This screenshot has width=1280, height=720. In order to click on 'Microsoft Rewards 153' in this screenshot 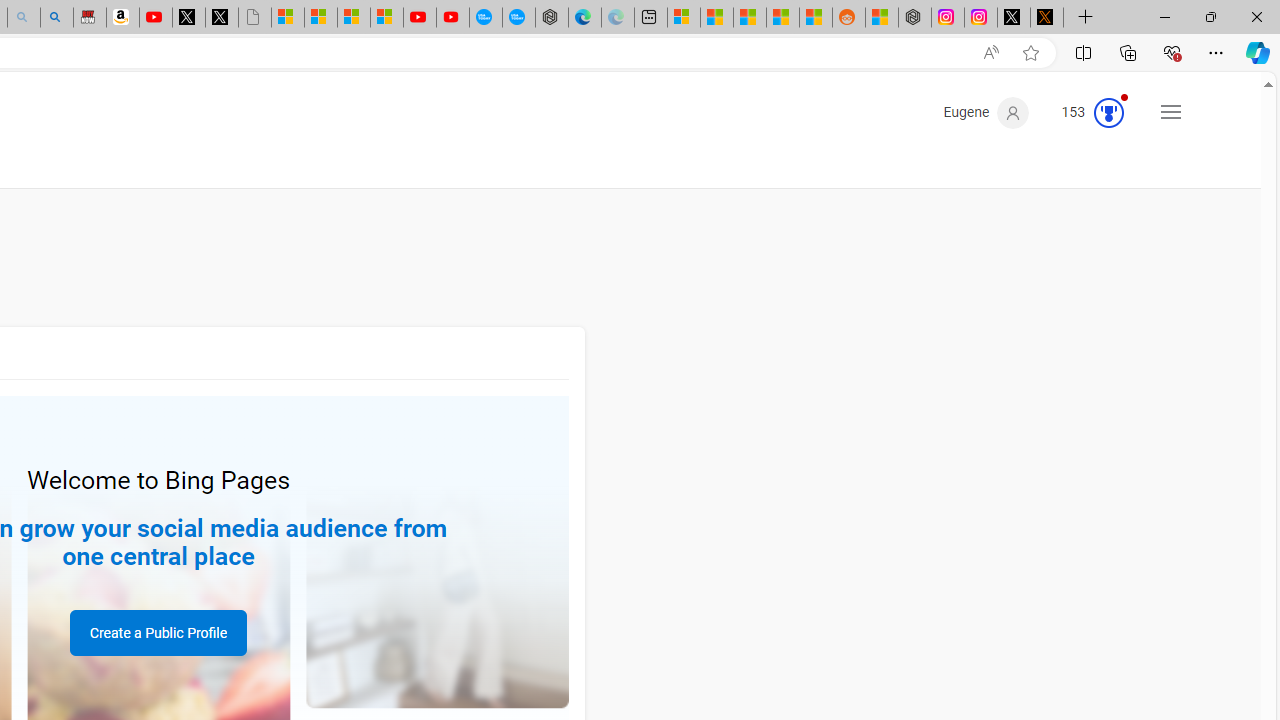, I will do `click(1083, 113)`.